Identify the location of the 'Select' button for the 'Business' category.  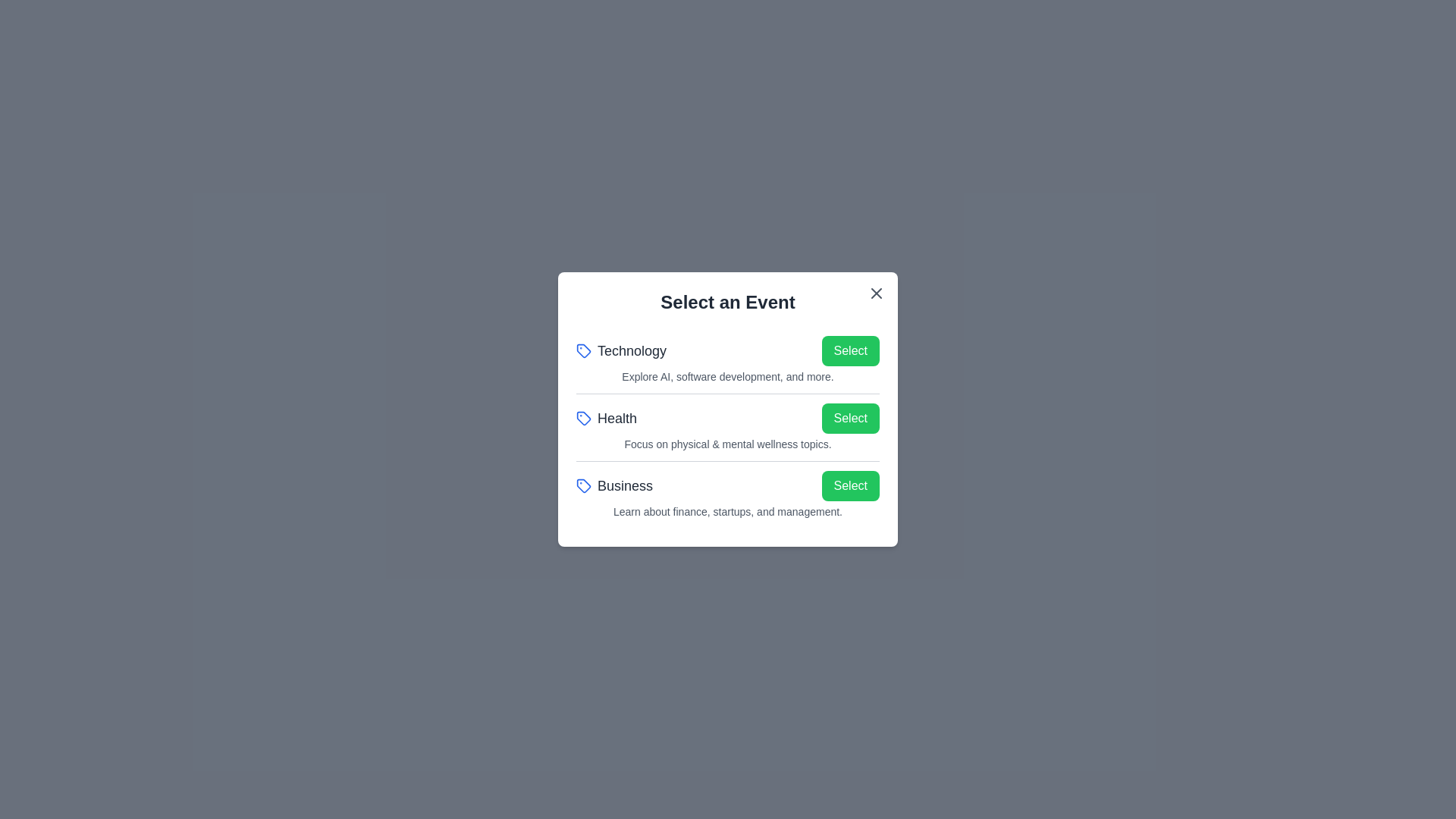
(850, 485).